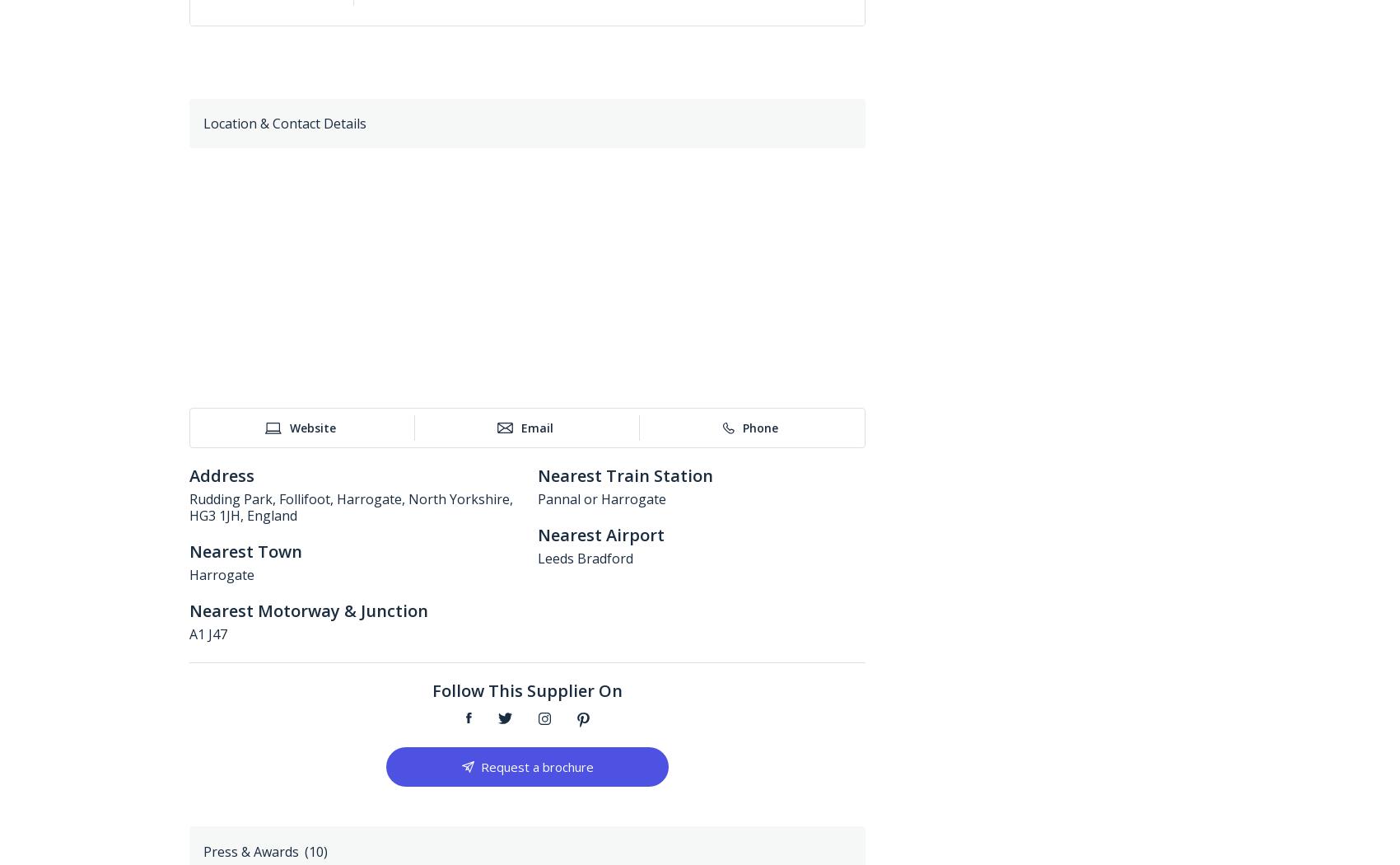 This screenshot has height=865, width=1400. I want to click on 'Press & Awards', so click(250, 849).